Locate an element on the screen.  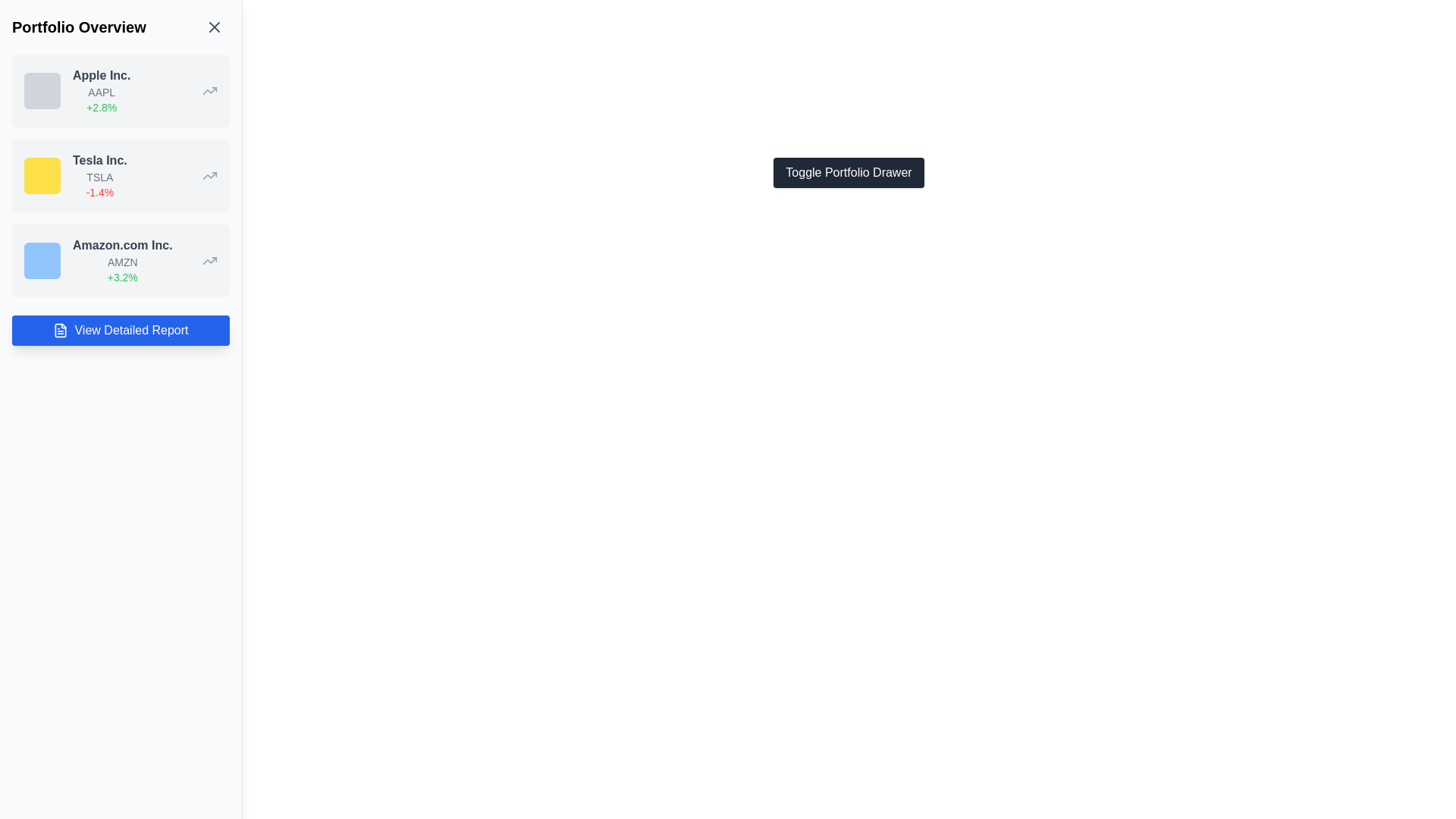
text label displaying '+3.2%' in green color, which signifies a positive change, located in the third tile below 'Amazon.com Inc.' and 'AMZN' is located at coordinates (122, 278).